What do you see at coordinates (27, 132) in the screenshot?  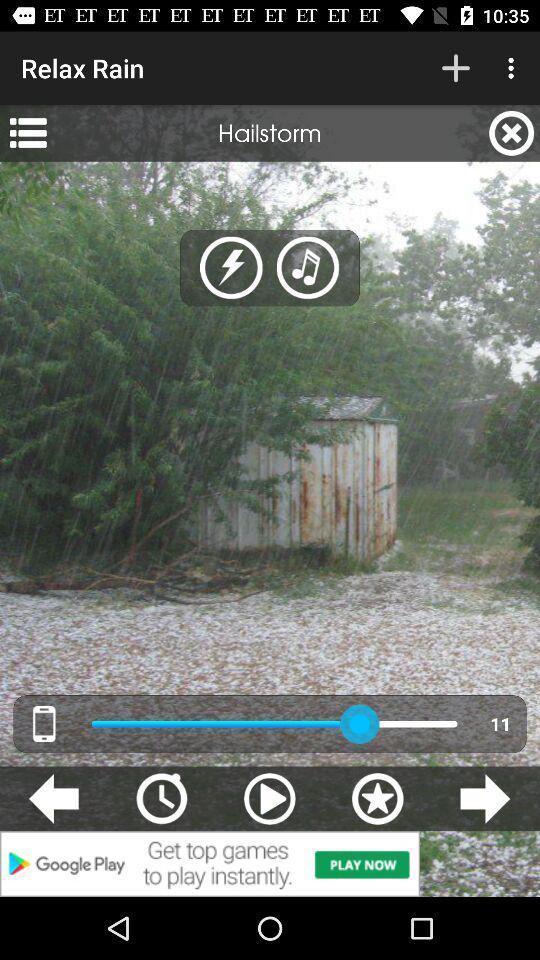 I see `the icon to the left of hailstorm app` at bounding box center [27, 132].